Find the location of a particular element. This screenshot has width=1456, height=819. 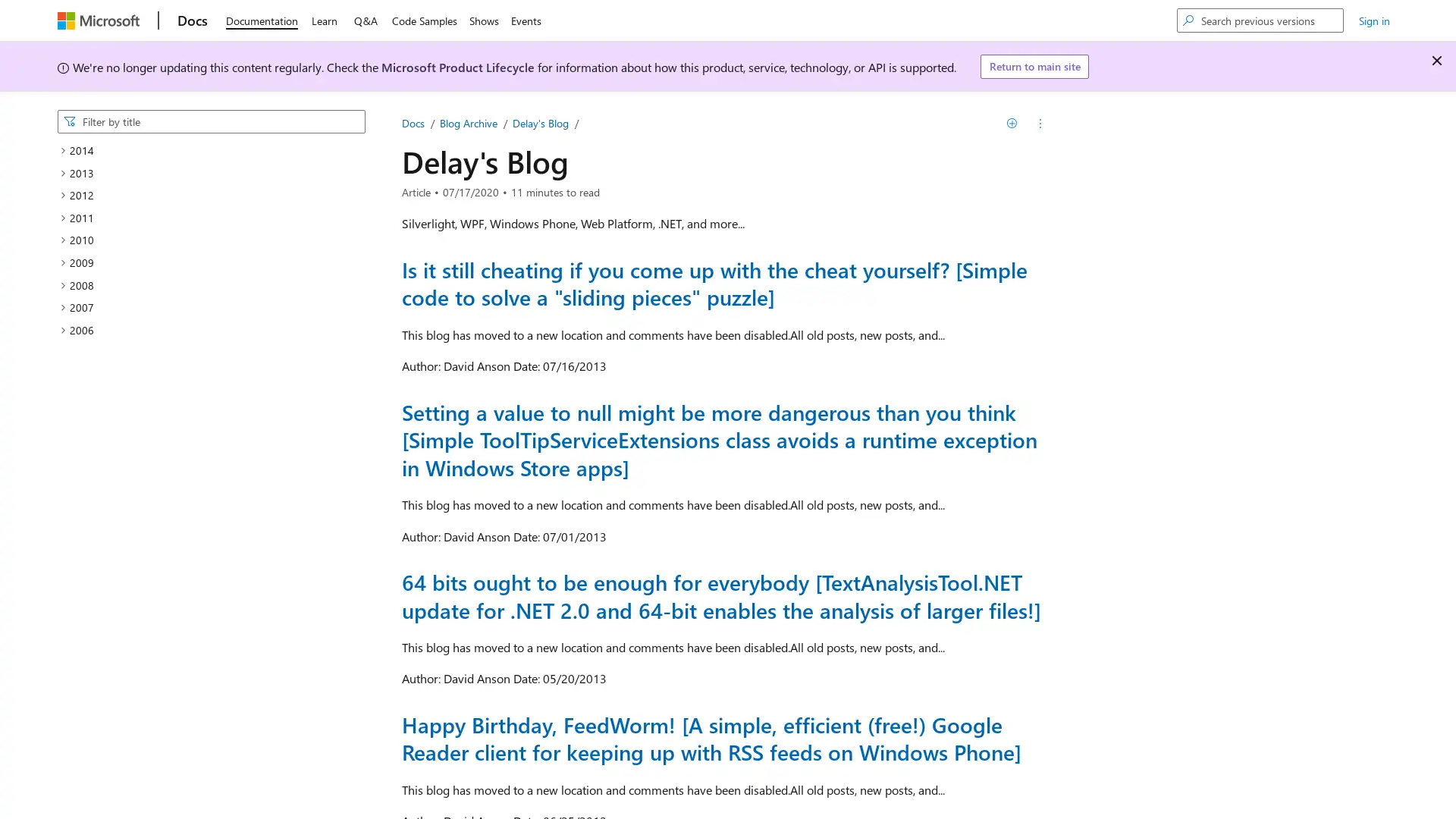

Save is located at coordinates (1012, 122).